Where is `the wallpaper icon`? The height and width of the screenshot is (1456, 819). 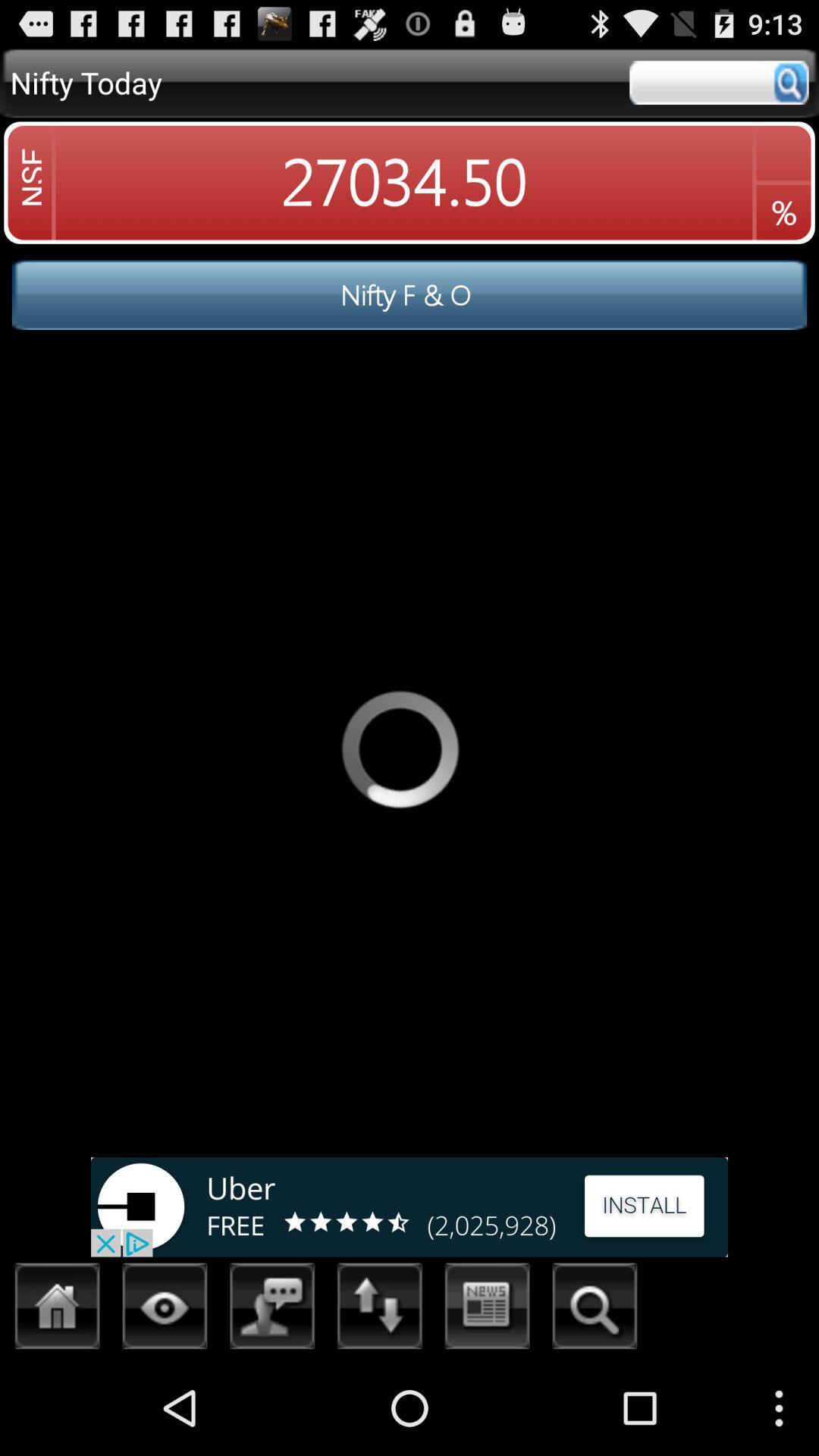 the wallpaper icon is located at coordinates (271, 1401).